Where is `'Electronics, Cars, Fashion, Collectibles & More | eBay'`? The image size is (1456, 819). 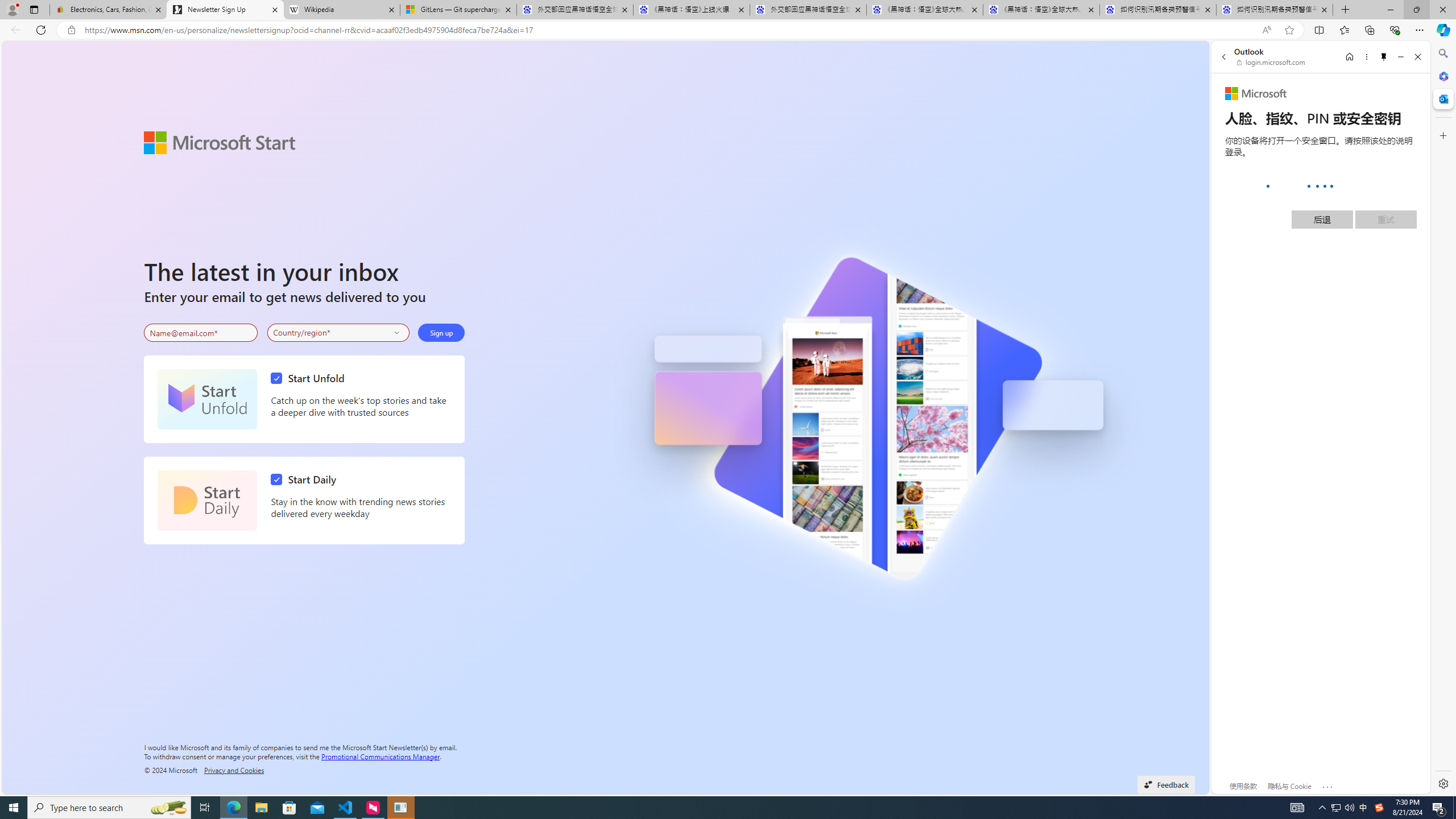 'Electronics, Cars, Fashion, Collectibles & More | eBay' is located at coordinates (107, 9).